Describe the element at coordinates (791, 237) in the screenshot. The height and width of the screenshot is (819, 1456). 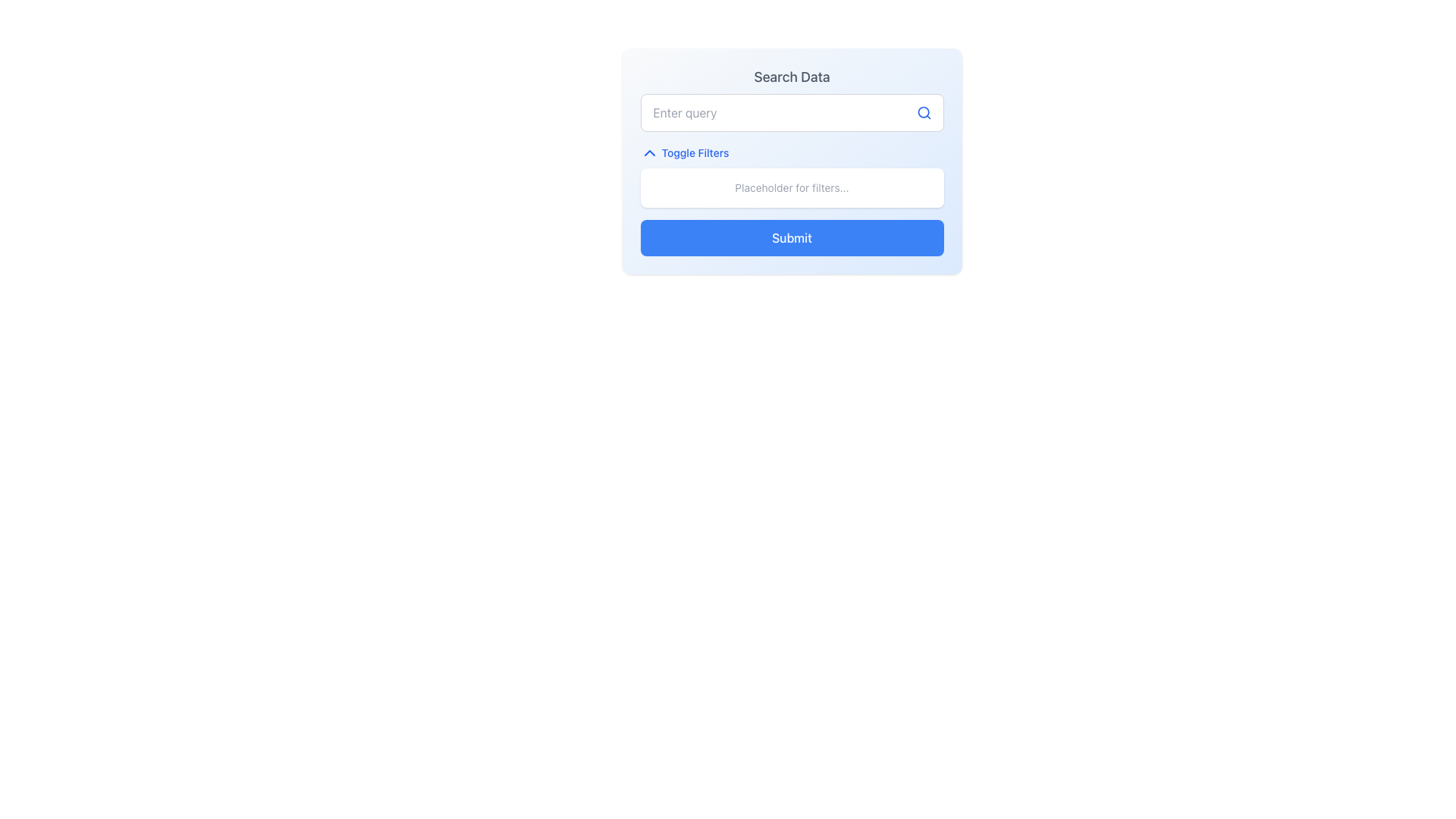
I see `the submit button located at the bottom of the form` at that location.